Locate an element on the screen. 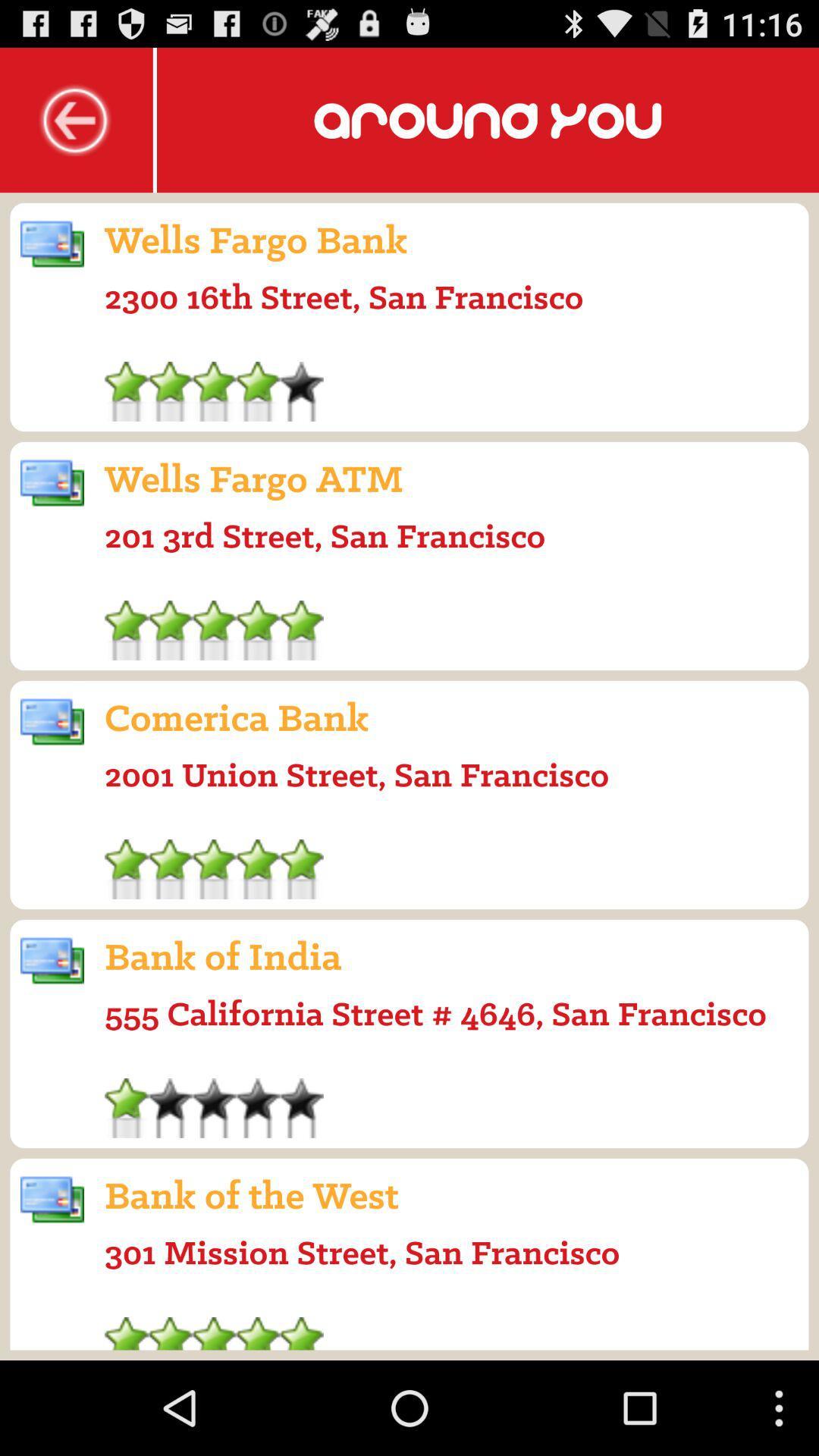 The width and height of the screenshot is (819, 1456). the last image on the bottom left corner of the web page is located at coordinates (52, 1200).